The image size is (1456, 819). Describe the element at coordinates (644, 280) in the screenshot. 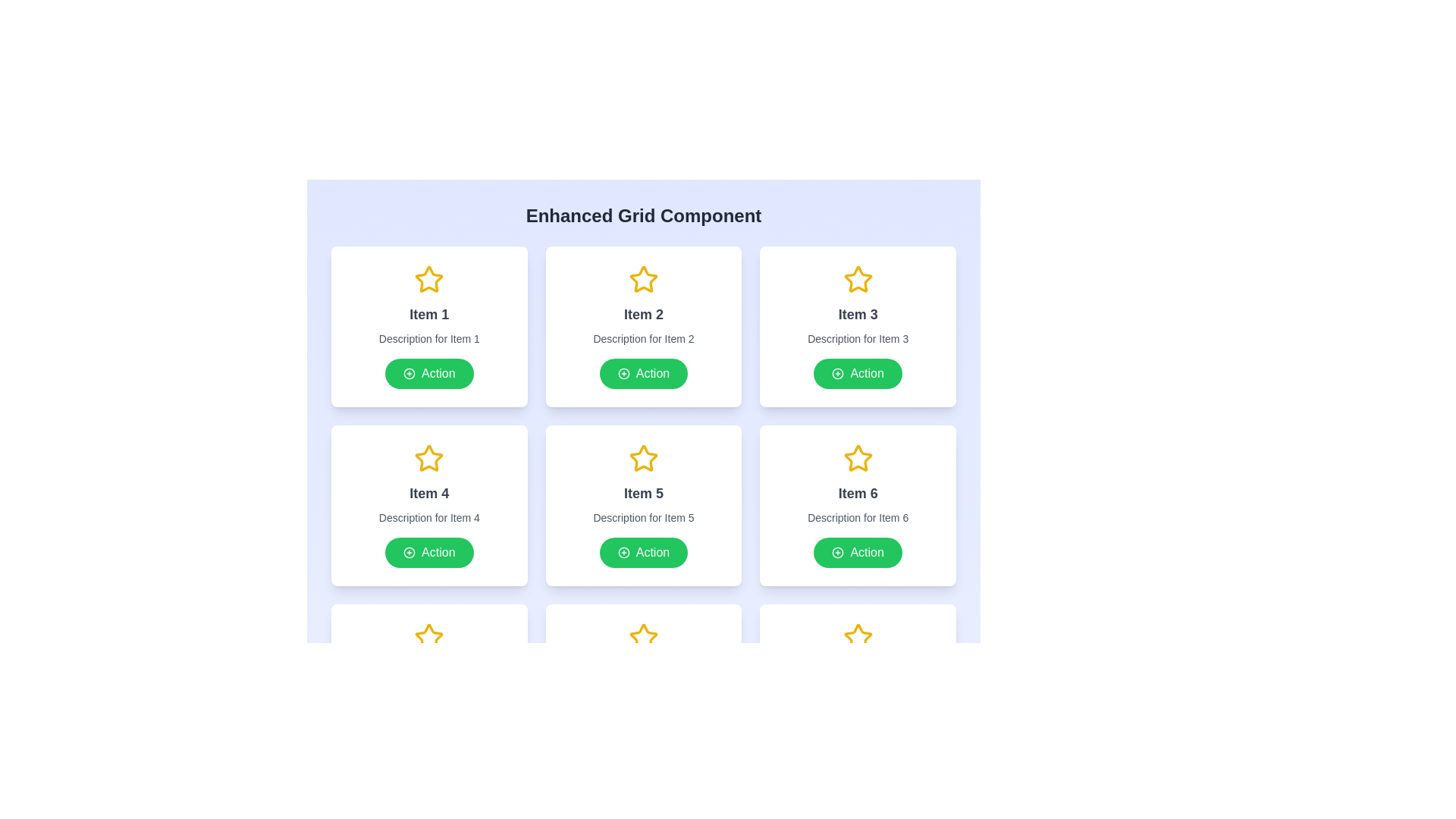

I see `the star icon with a yellow border, located above the text 'Item 2'` at that location.